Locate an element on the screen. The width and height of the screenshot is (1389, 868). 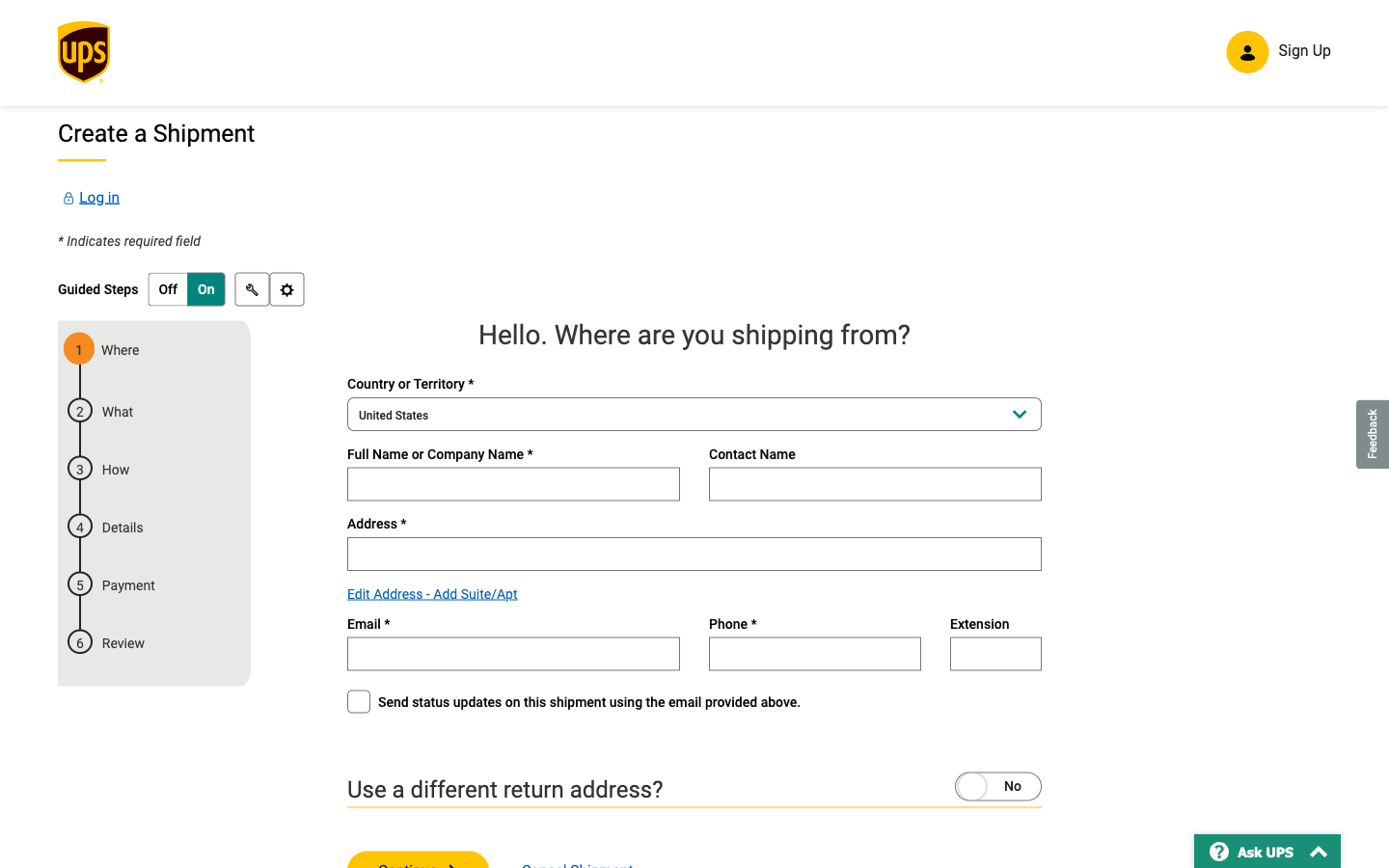
Check the shipment settings is located at coordinates (285, 290).